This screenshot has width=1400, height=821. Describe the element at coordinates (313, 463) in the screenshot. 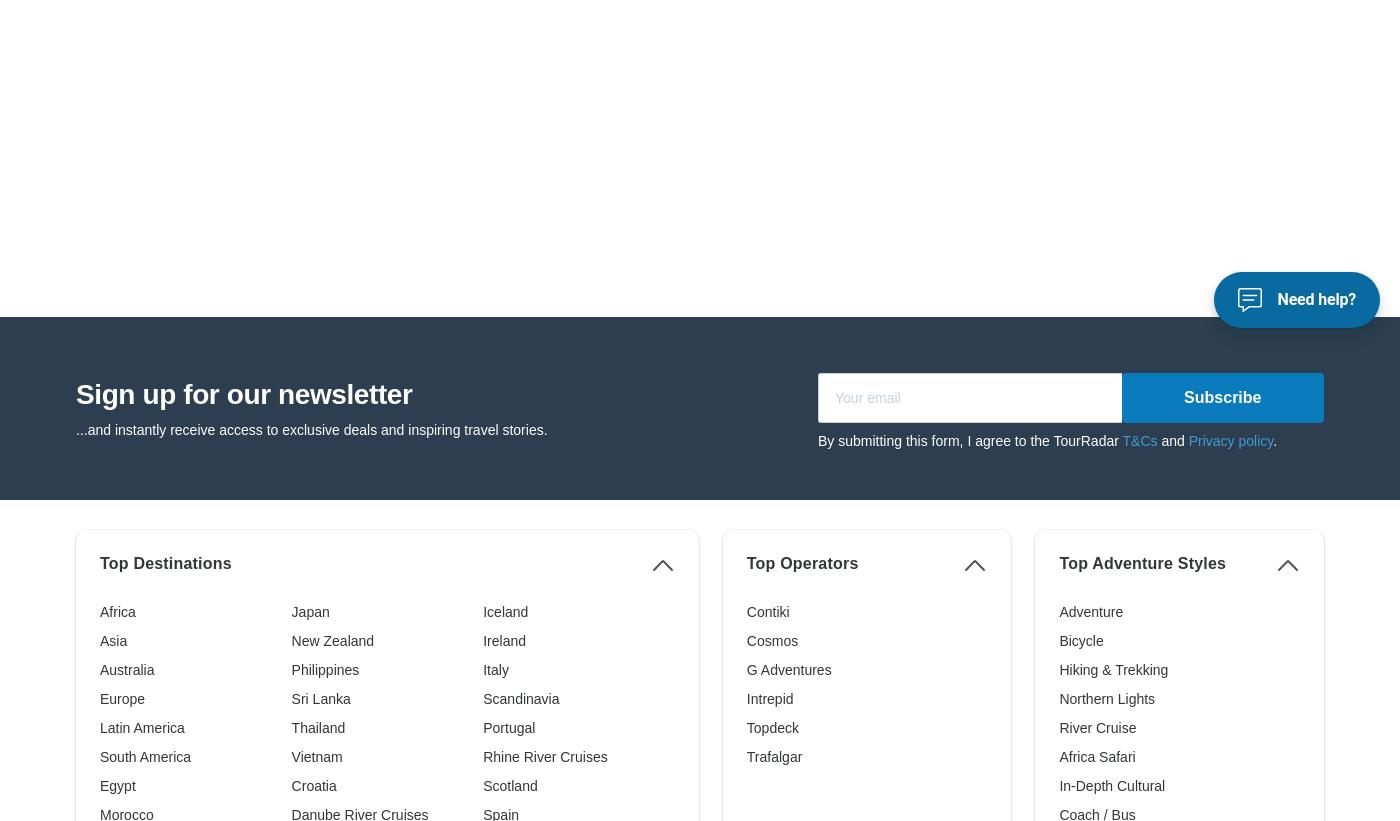

I see `'Croatia'` at that location.